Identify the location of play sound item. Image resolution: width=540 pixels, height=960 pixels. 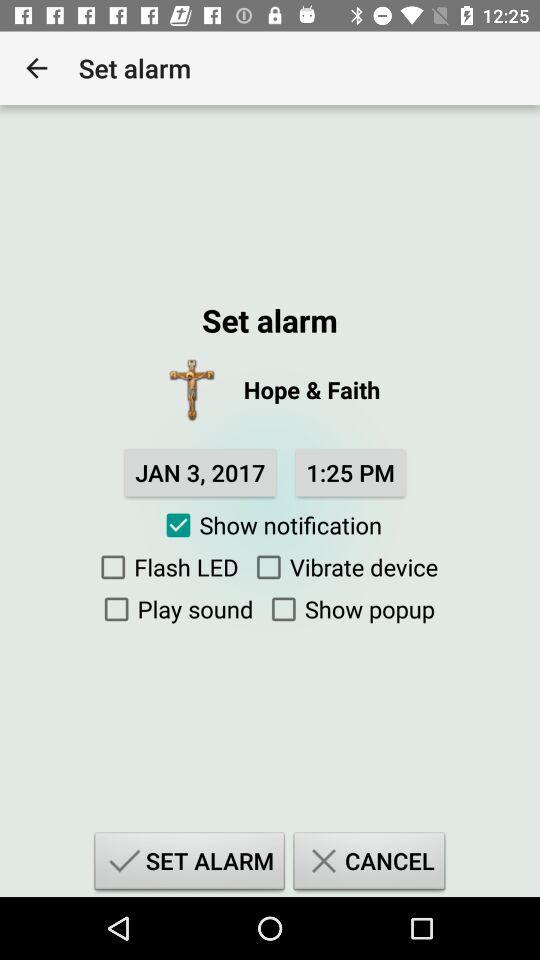
(174, 608).